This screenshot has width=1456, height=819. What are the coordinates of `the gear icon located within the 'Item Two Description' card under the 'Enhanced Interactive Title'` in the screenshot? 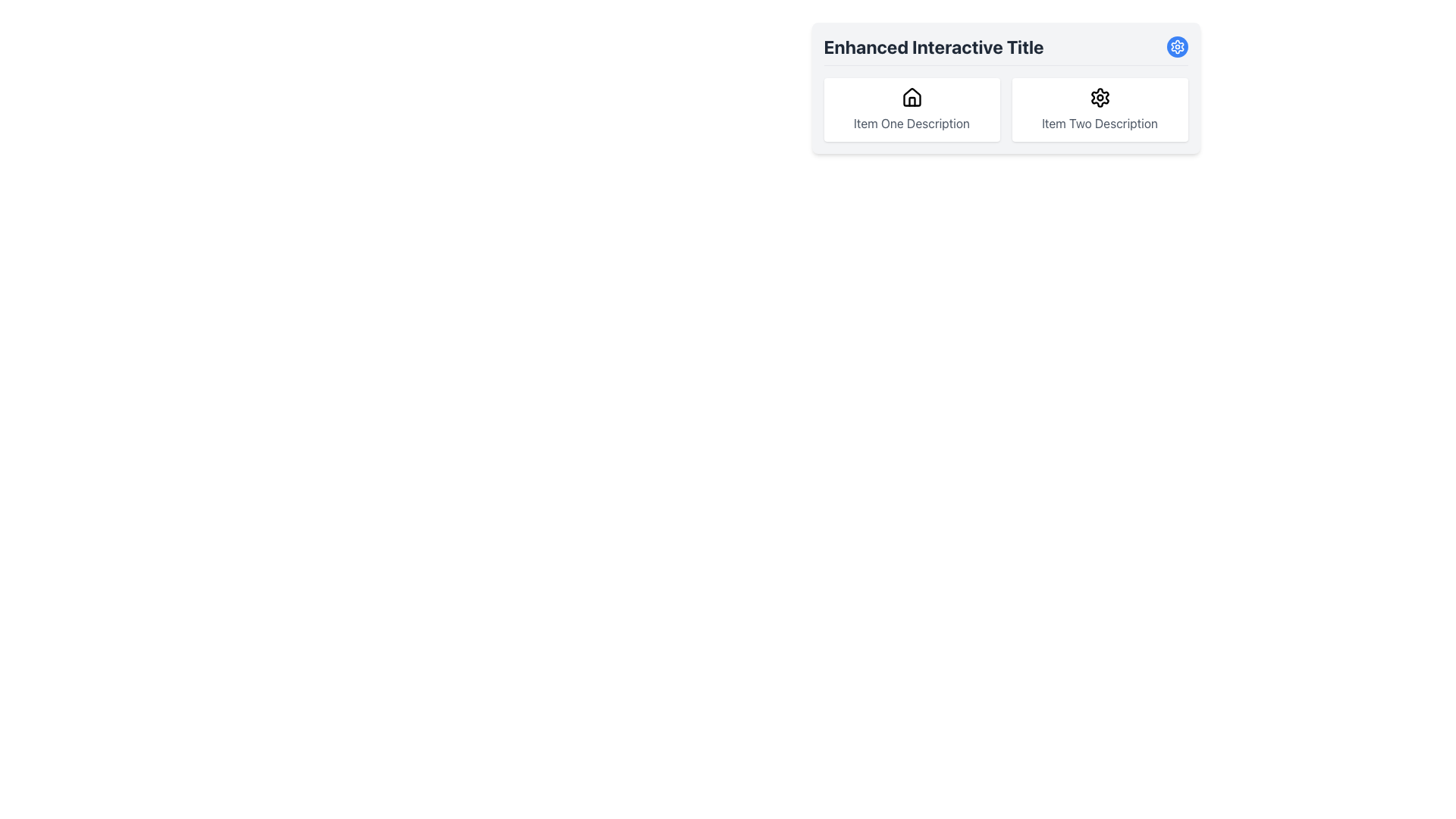 It's located at (1100, 97).